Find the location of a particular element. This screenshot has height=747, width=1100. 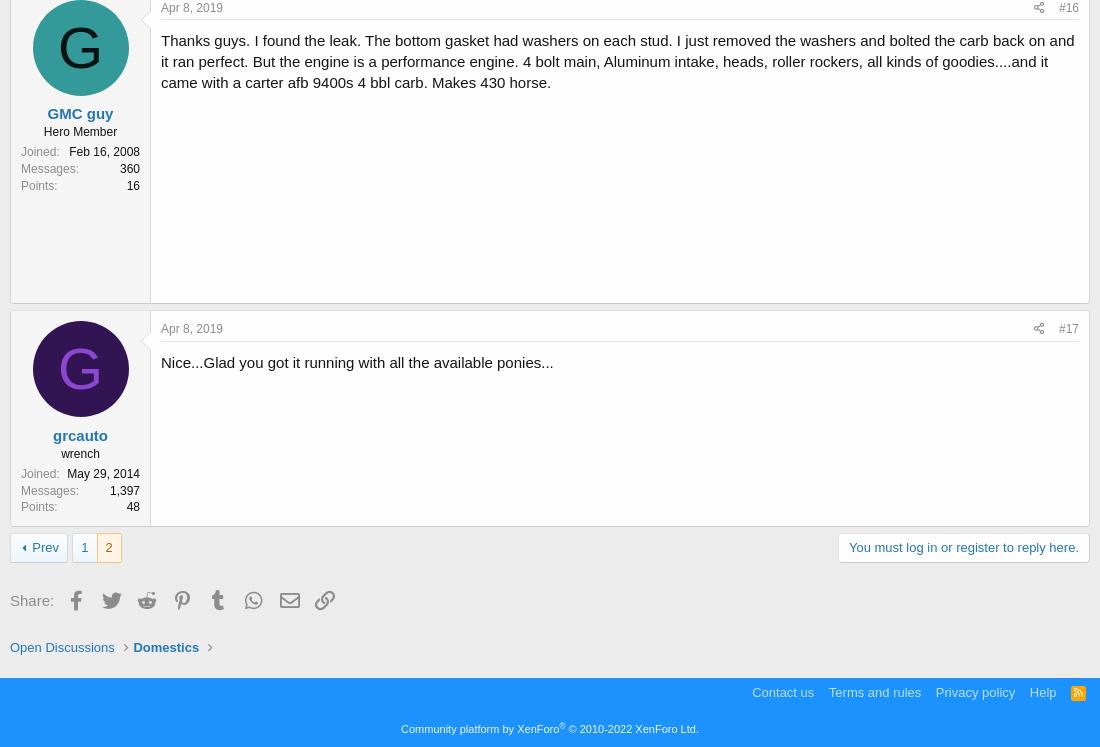

'Share:' is located at coordinates (31, 600).